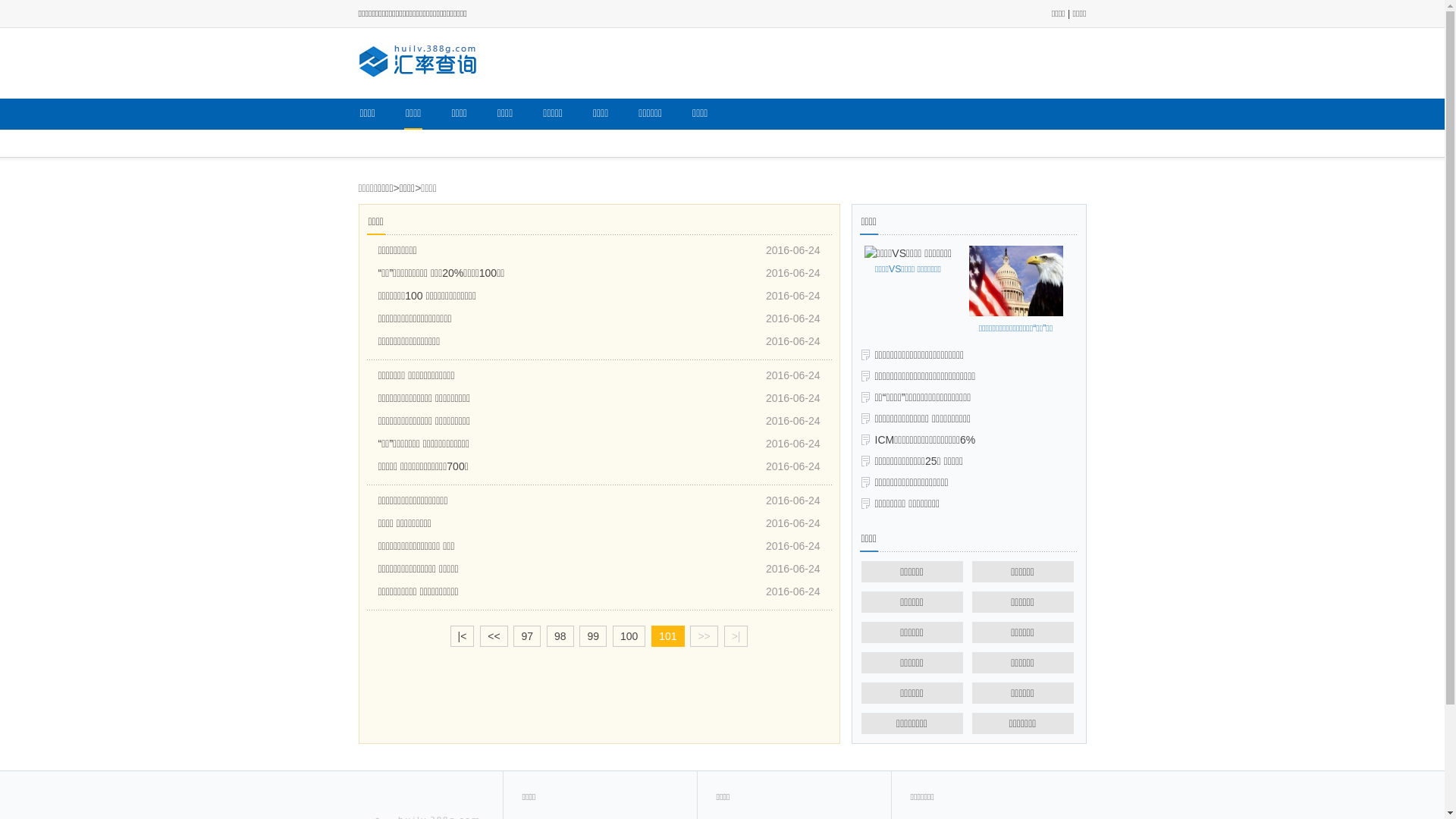  I want to click on '99', so click(578, 636).